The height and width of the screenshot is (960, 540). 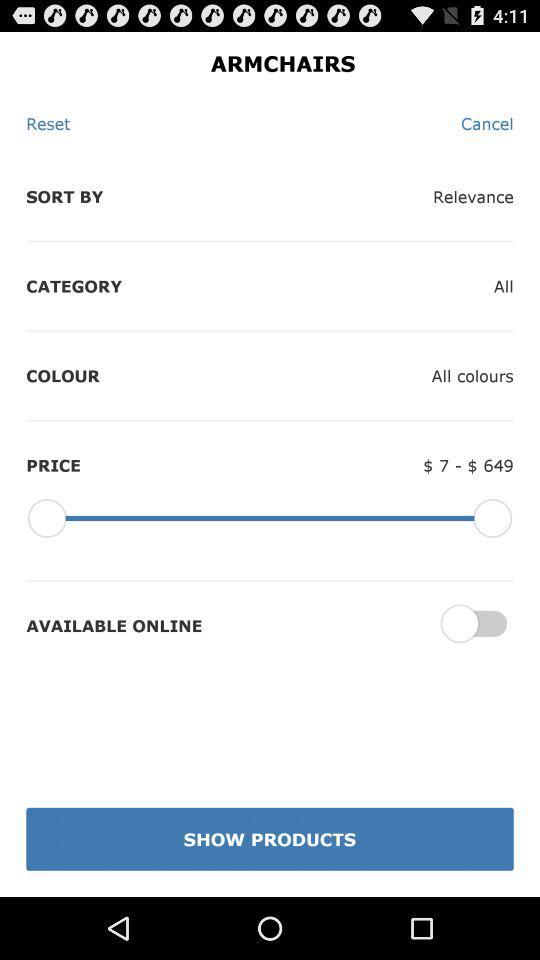 What do you see at coordinates (270, 839) in the screenshot?
I see `the icon show products` at bounding box center [270, 839].